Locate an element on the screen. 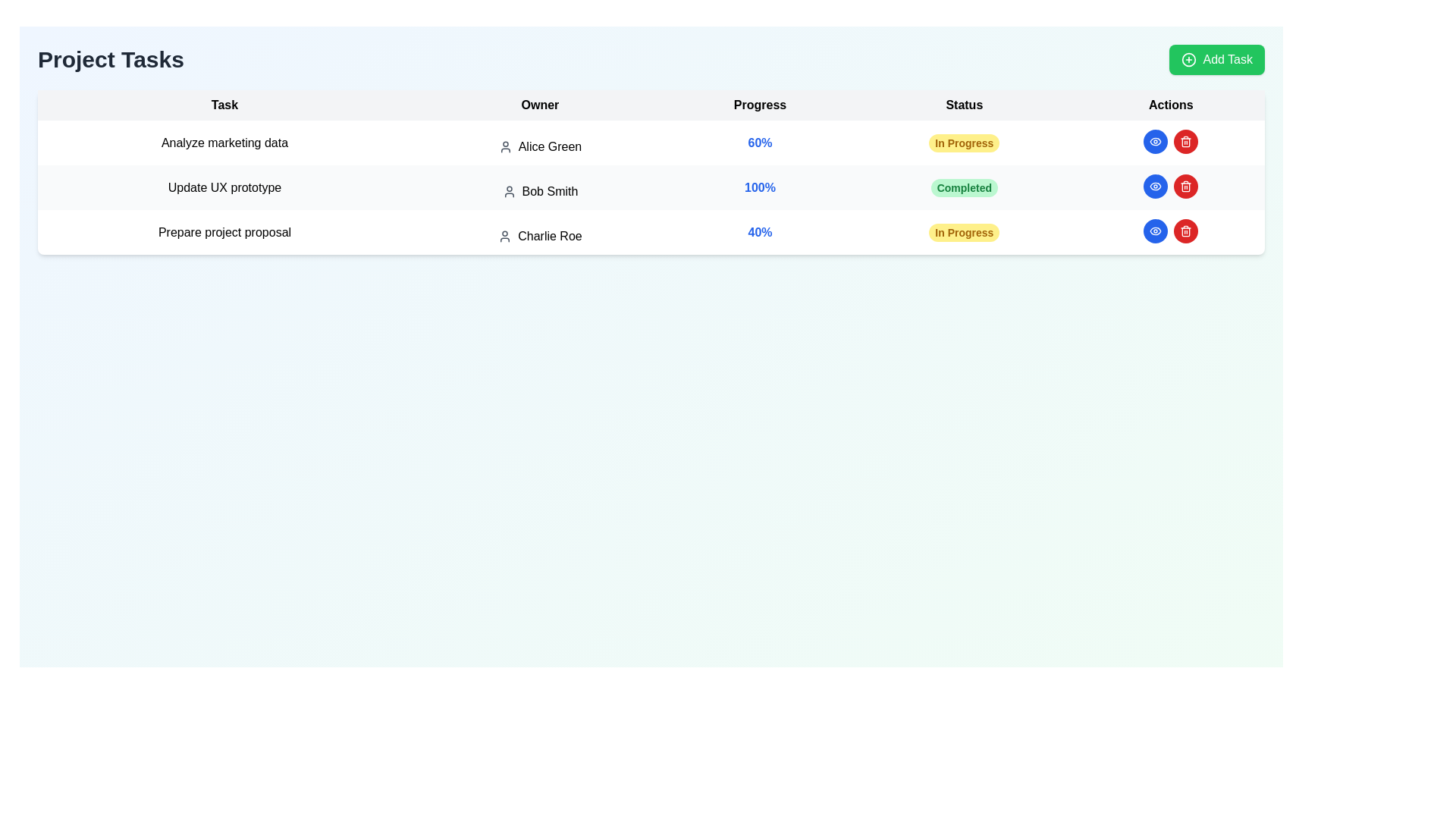 This screenshot has width=1456, height=819. the circular red button with a white trash can icon in the 'Actions' column of the second row in the 'Project Tasks' table is located at coordinates (1185, 186).